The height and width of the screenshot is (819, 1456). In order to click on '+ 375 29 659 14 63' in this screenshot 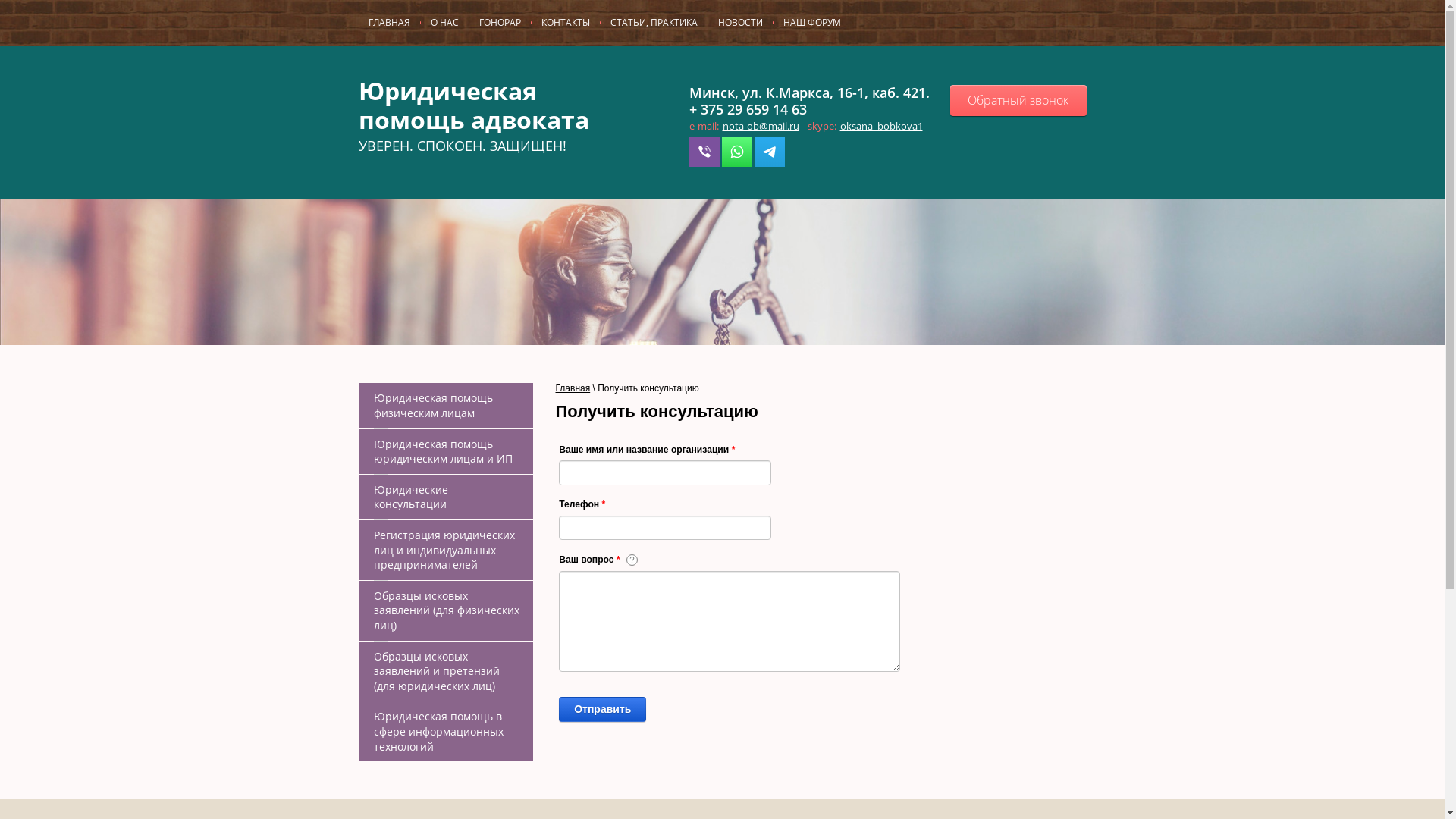, I will do `click(747, 108)`.